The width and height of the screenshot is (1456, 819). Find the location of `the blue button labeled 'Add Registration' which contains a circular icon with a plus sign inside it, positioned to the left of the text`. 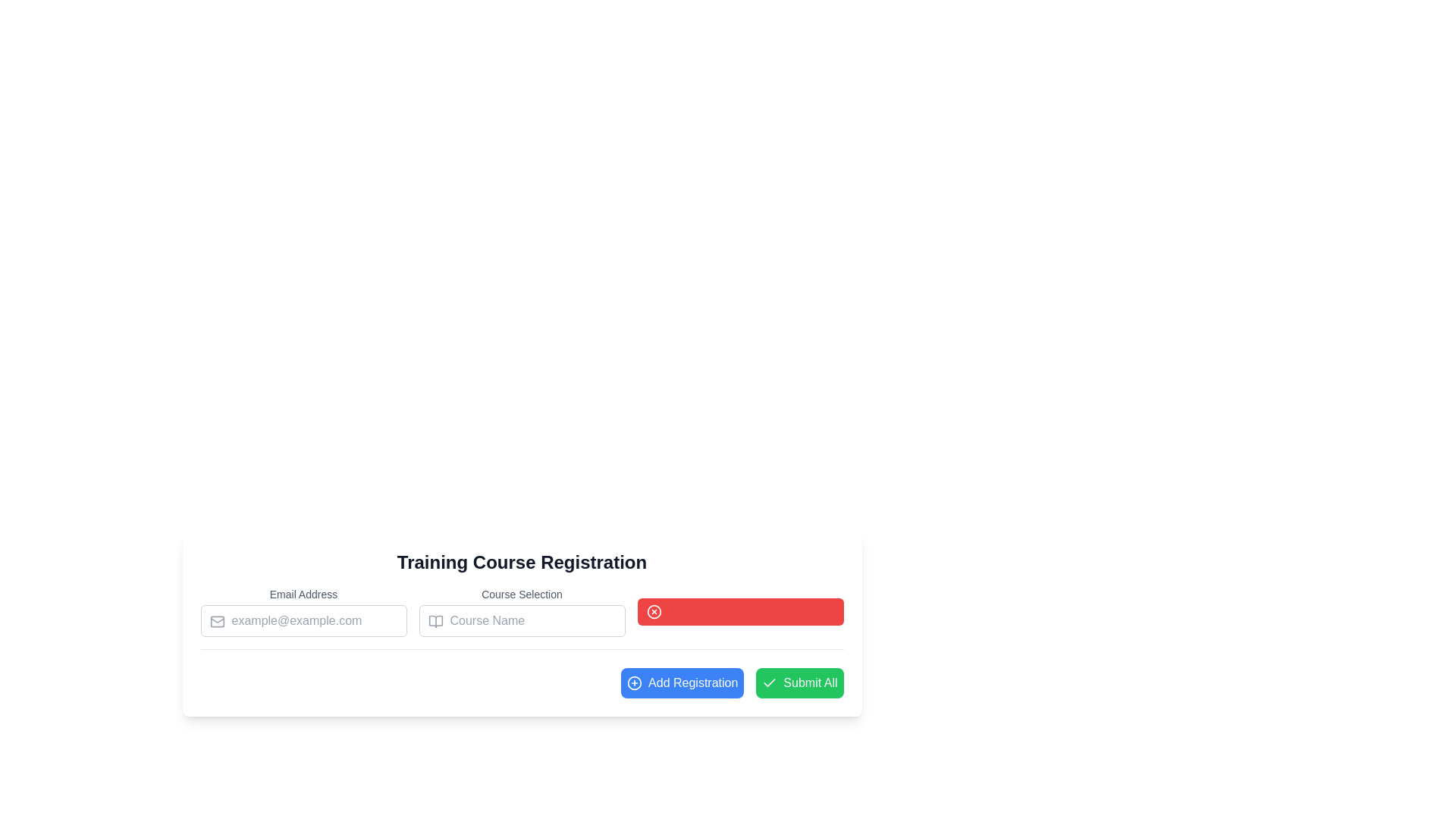

the blue button labeled 'Add Registration' which contains a circular icon with a plus sign inside it, positioned to the left of the text is located at coordinates (635, 683).